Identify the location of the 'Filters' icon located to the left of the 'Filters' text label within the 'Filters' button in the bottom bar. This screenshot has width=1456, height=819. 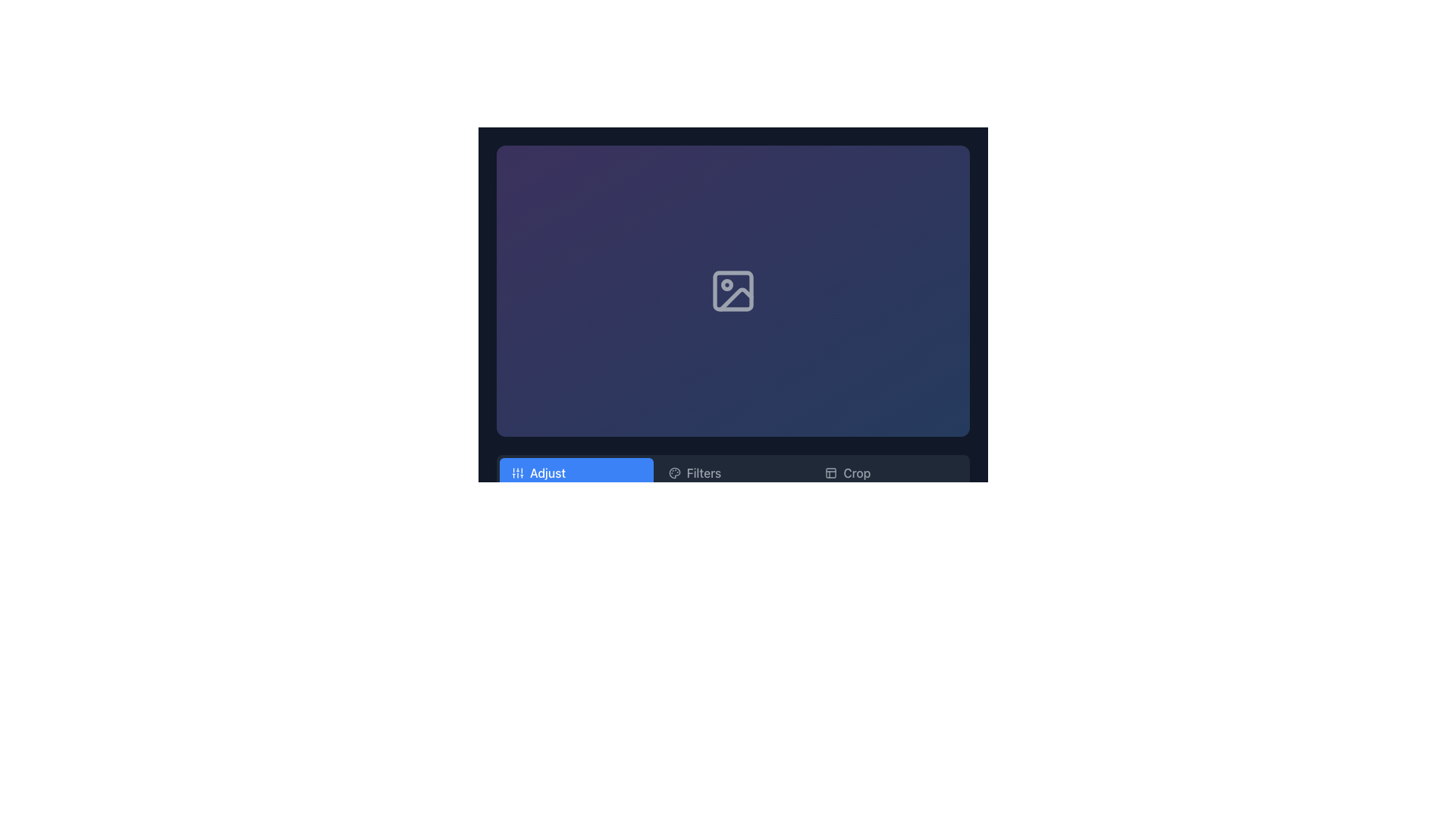
(673, 472).